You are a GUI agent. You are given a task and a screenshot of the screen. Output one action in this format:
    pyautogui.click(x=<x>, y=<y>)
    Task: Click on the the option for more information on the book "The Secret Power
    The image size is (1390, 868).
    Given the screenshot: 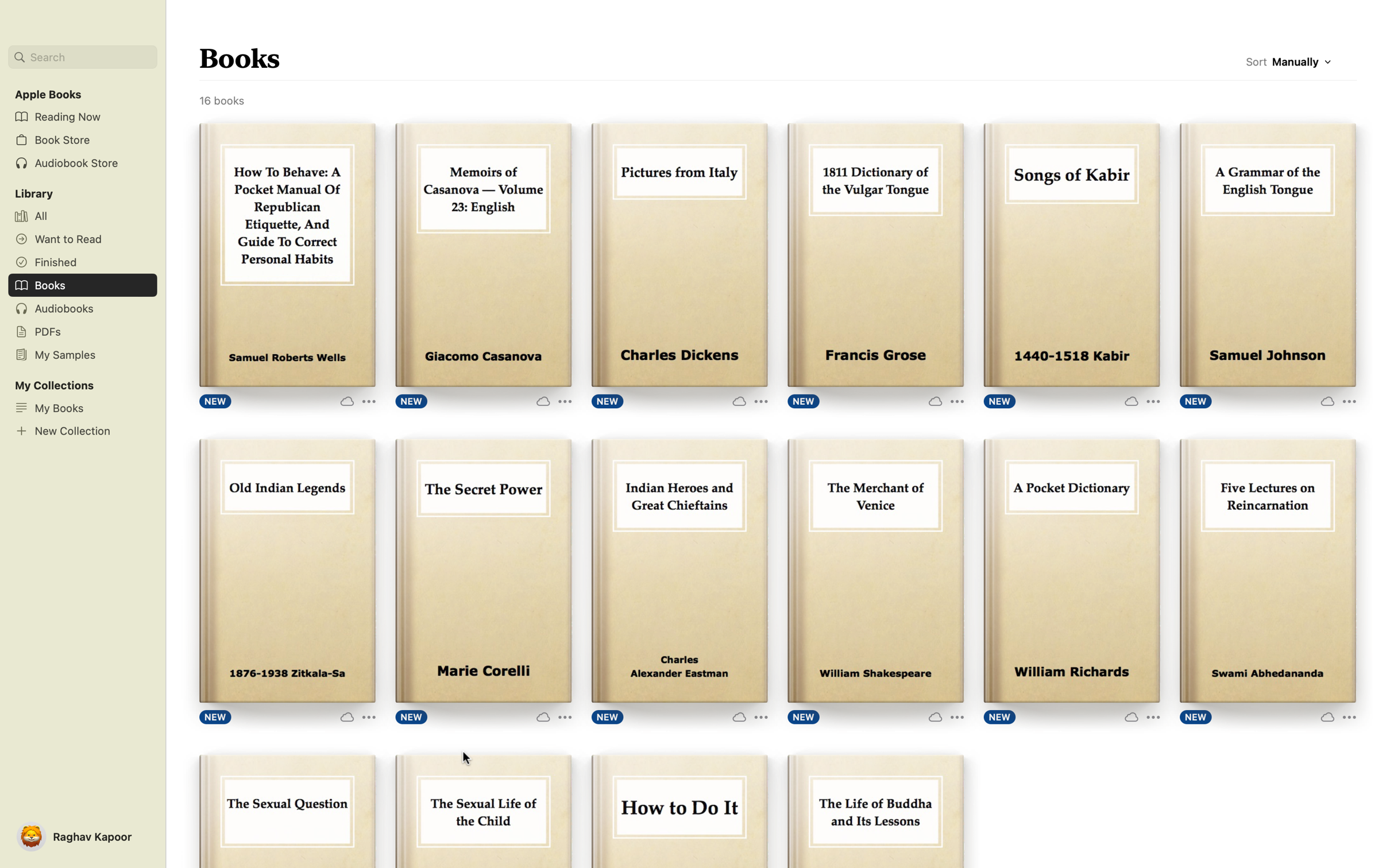 What is the action you would take?
    pyautogui.click(x=553, y=715)
    